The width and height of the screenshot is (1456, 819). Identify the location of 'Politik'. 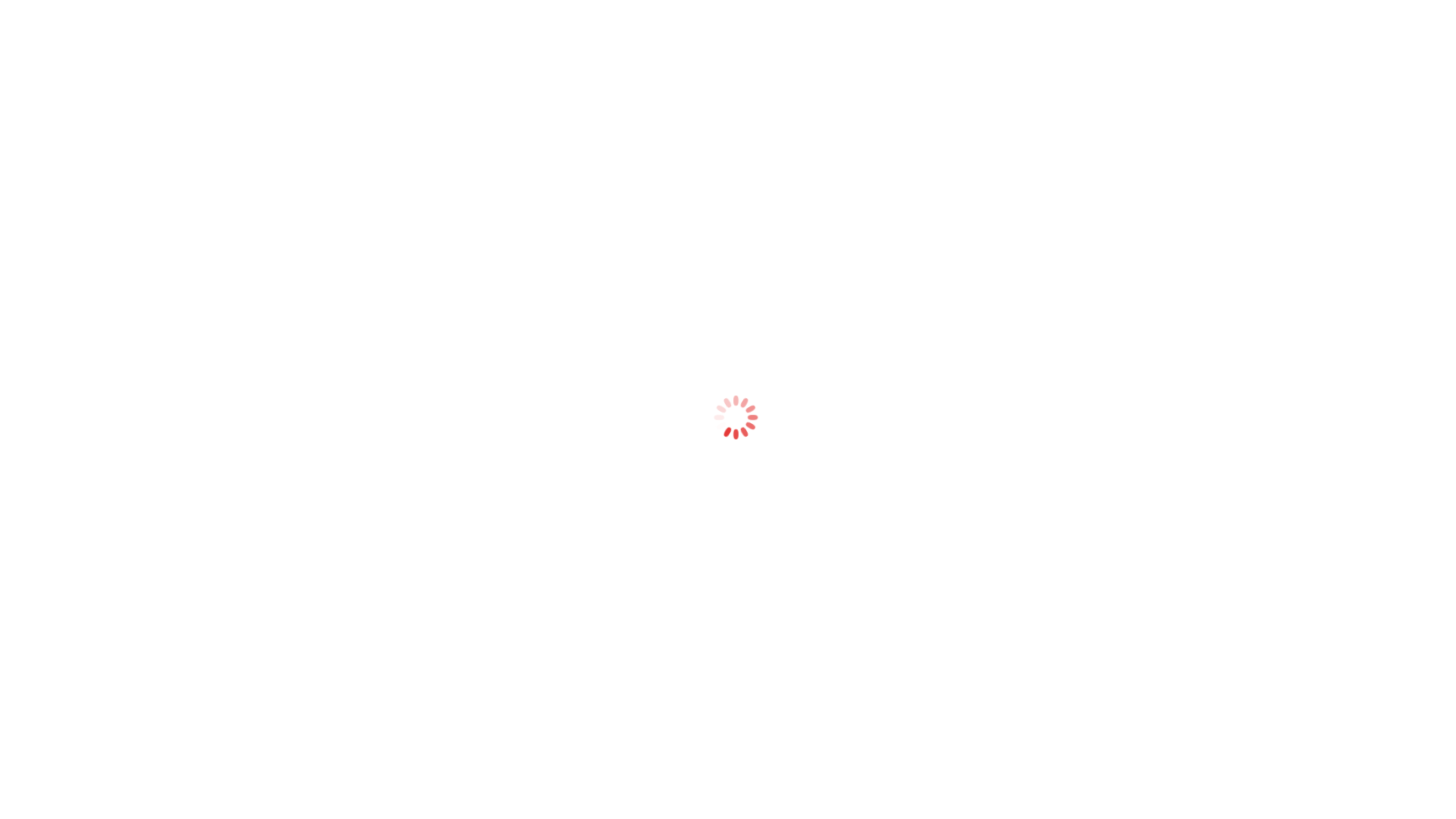
(495, 66).